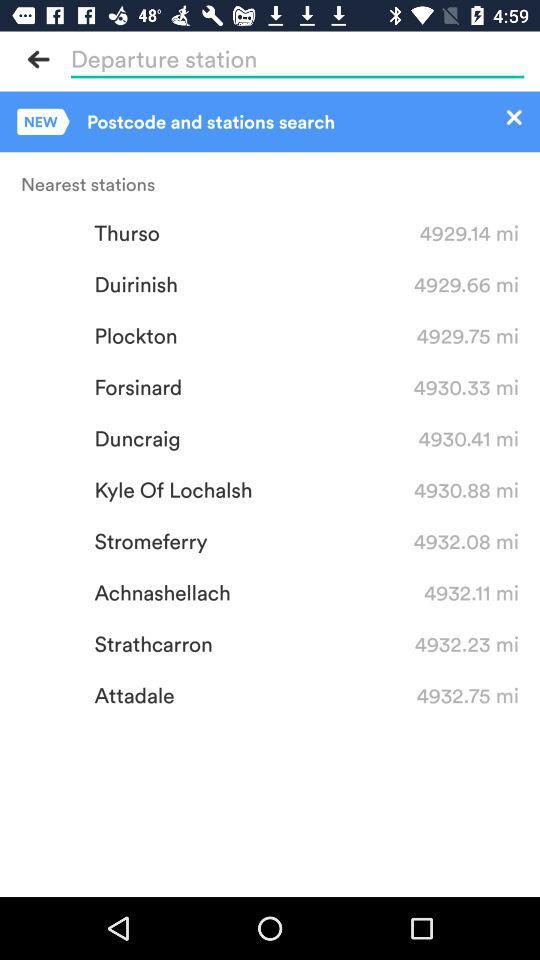  Describe the element at coordinates (296, 58) in the screenshot. I see `search bar` at that location.